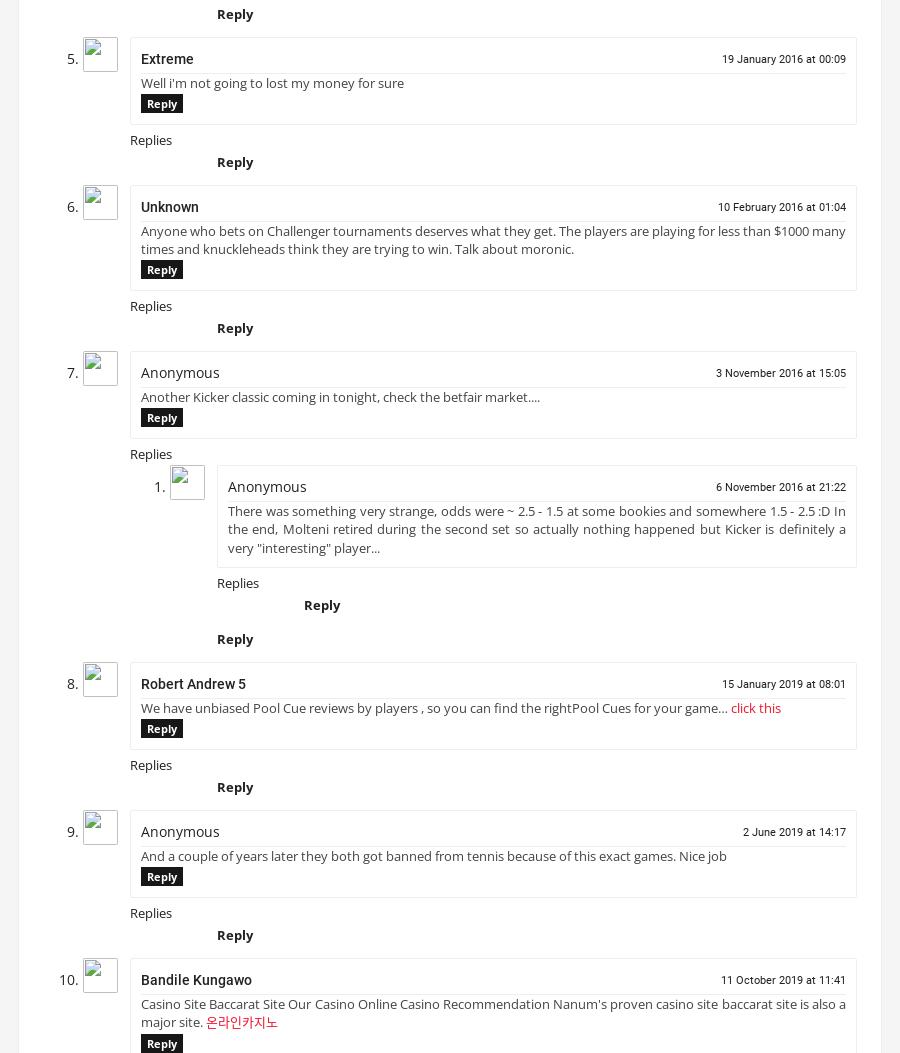 This screenshot has height=1053, width=900. What do you see at coordinates (271, 89) in the screenshot?
I see `'Well i'm not going to lost my money for sure'` at bounding box center [271, 89].